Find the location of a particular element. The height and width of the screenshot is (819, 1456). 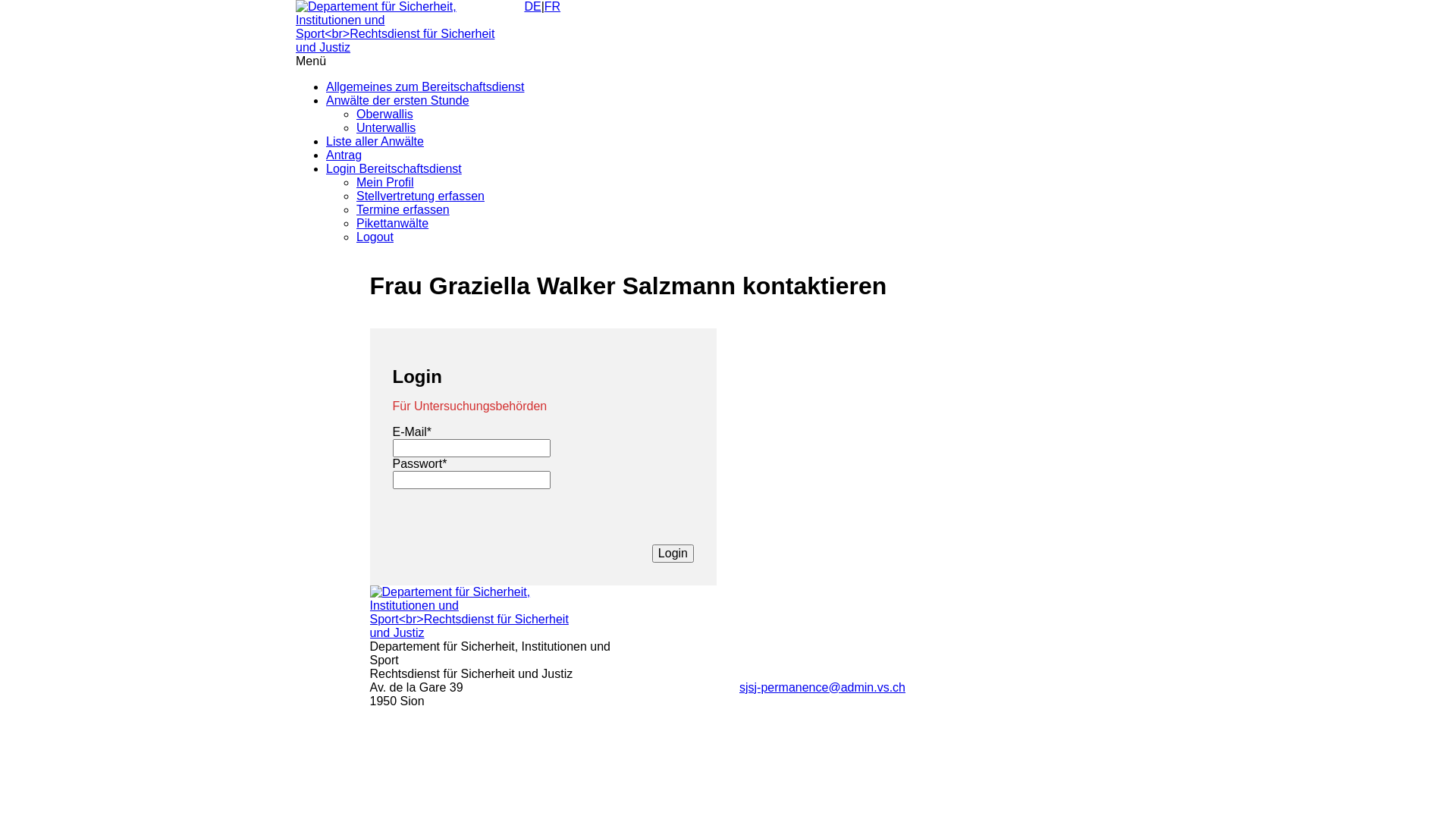

'sjsj-permanence@admin.vs.ch' is located at coordinates (821, 687).